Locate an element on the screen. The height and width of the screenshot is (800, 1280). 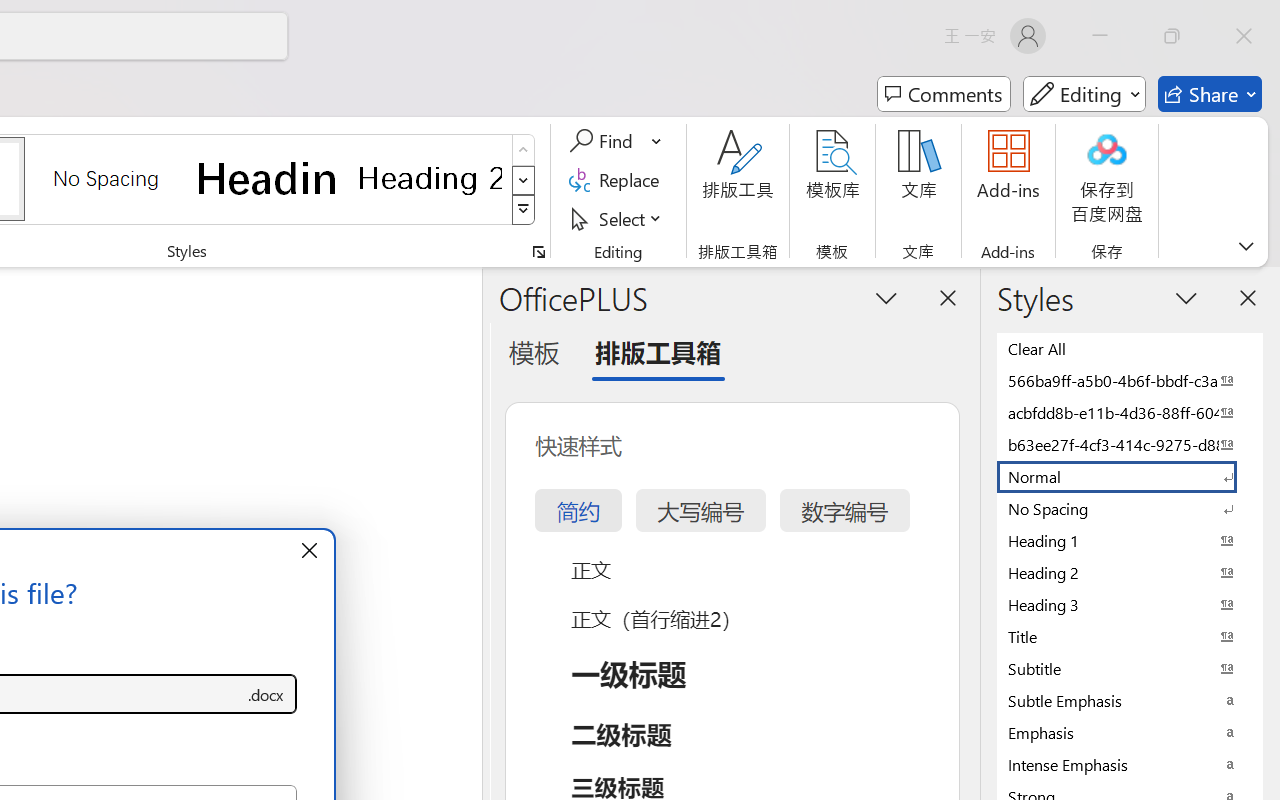
'Minimize' is located at coordinates (1099, 35).